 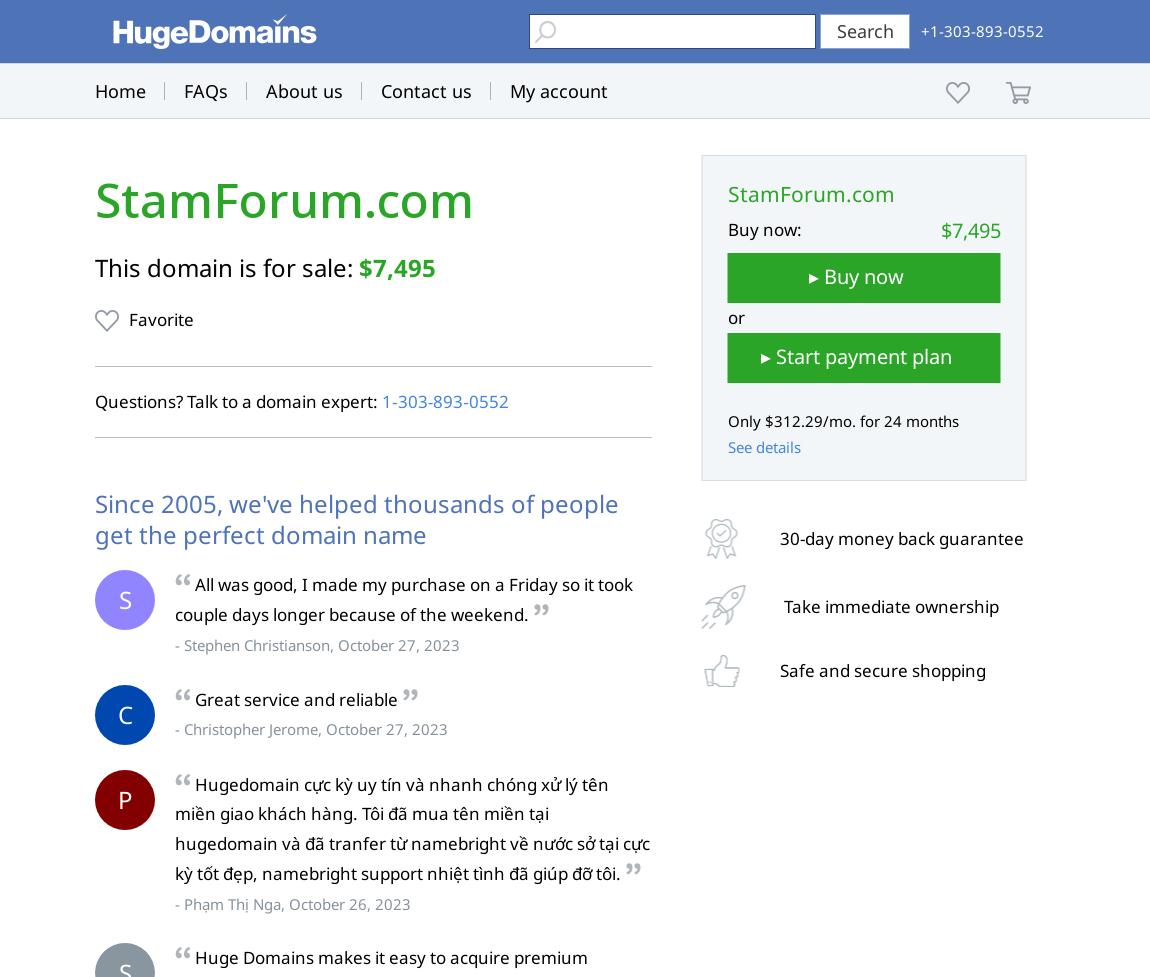 I want to click on 'My account', so click(x=559, y=90).